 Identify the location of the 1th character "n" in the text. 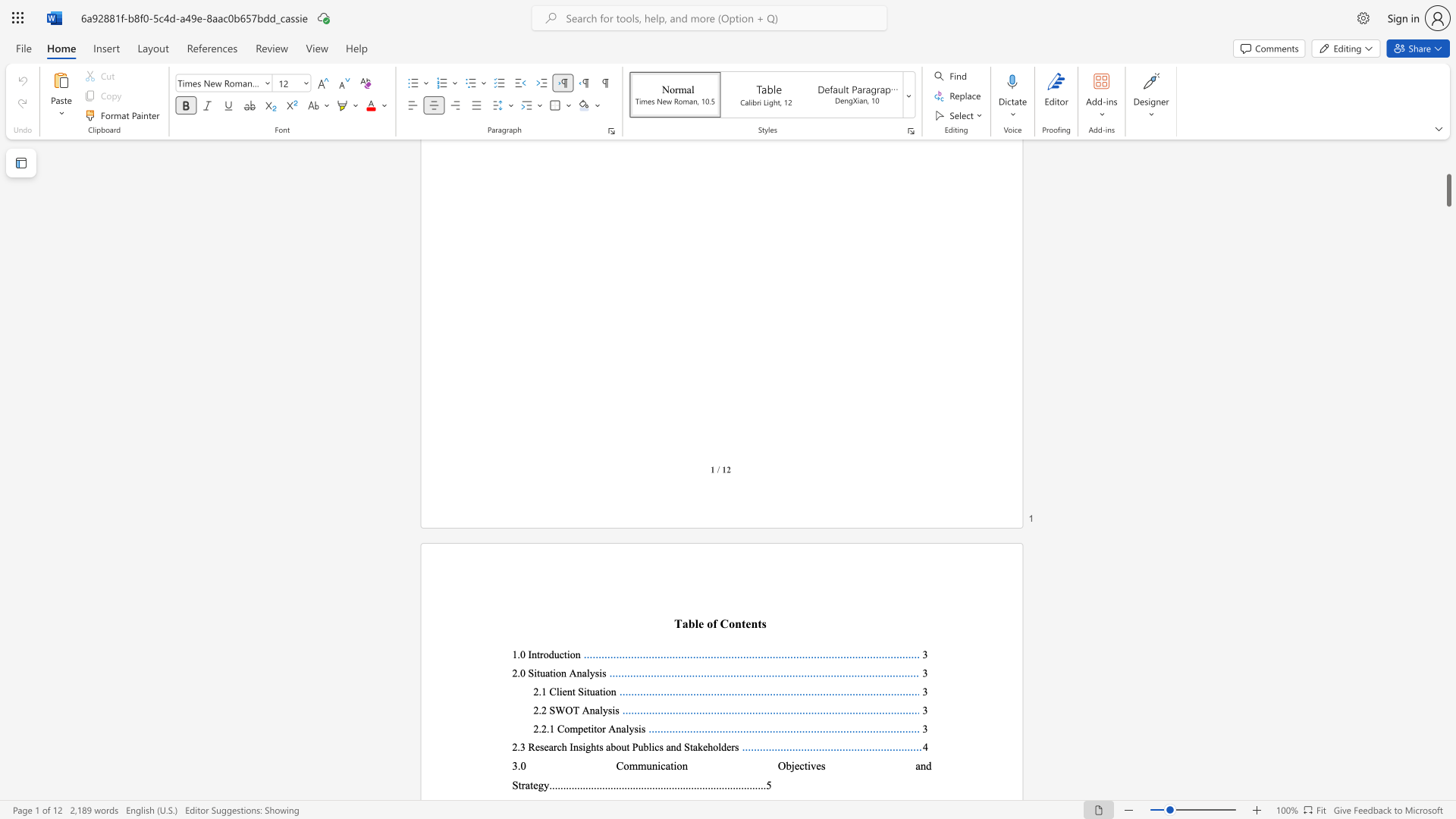
(534, 654).